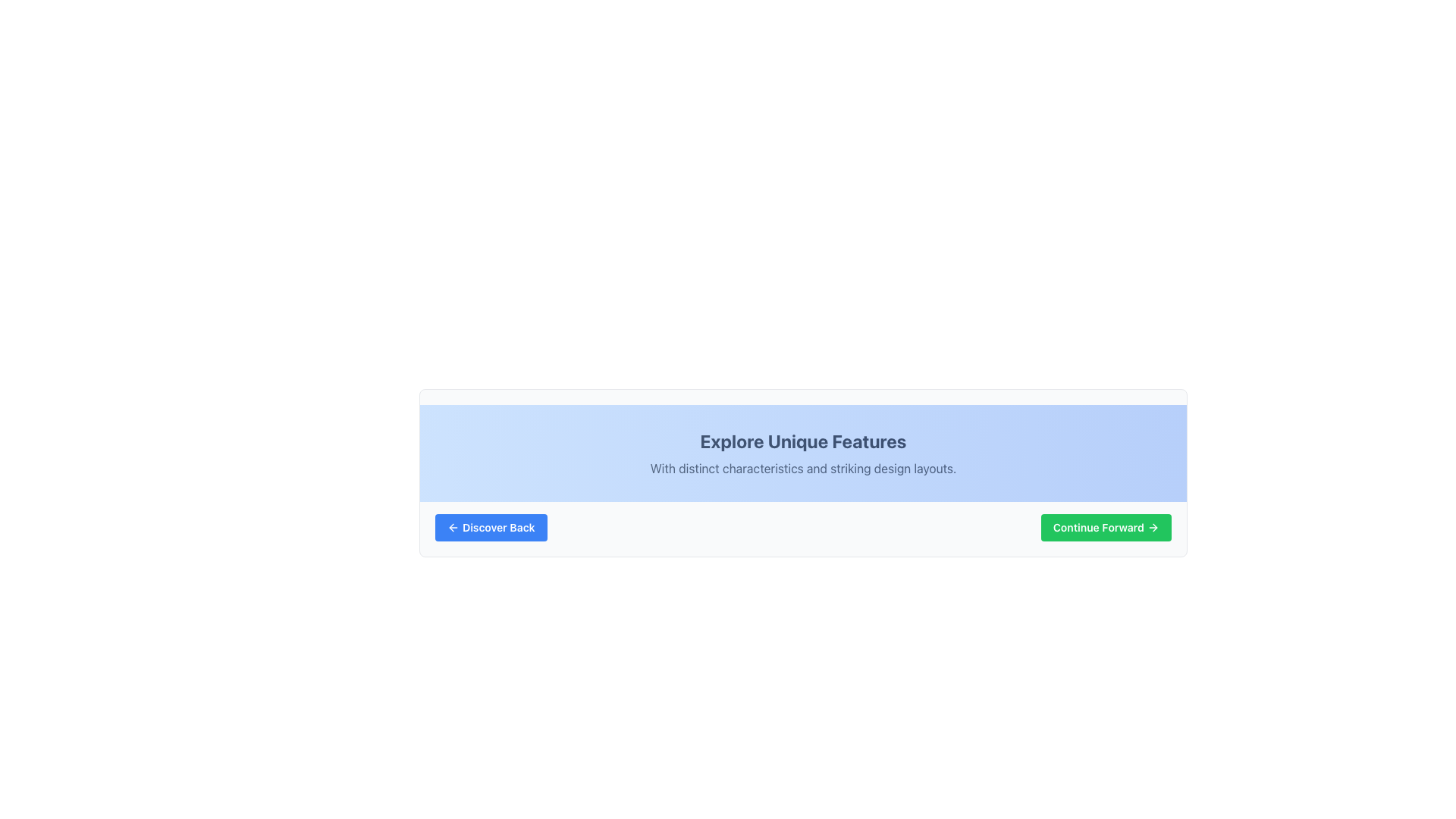 The width and height of the screenshot is (1456, 819). Describe the element at coordinates (453, 526) in the screenshot. I see `the leftward pointing arrow icon with a blue background, which is part of the 'Discover Back' button` at that location.